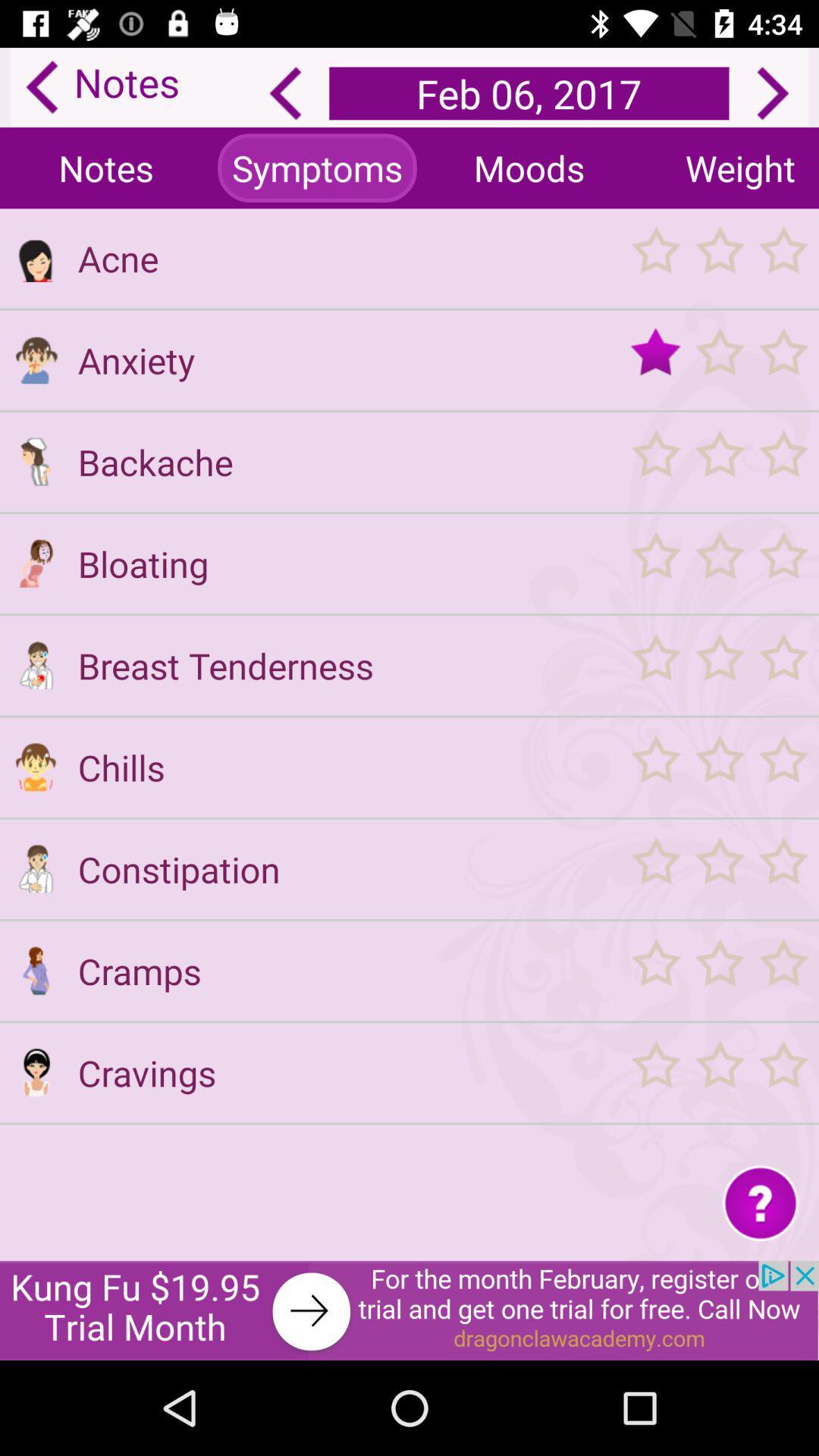 Image resolution: width=819 pixels, height=1456 pixels. I want to click on constipation opption, so click(35, 869).